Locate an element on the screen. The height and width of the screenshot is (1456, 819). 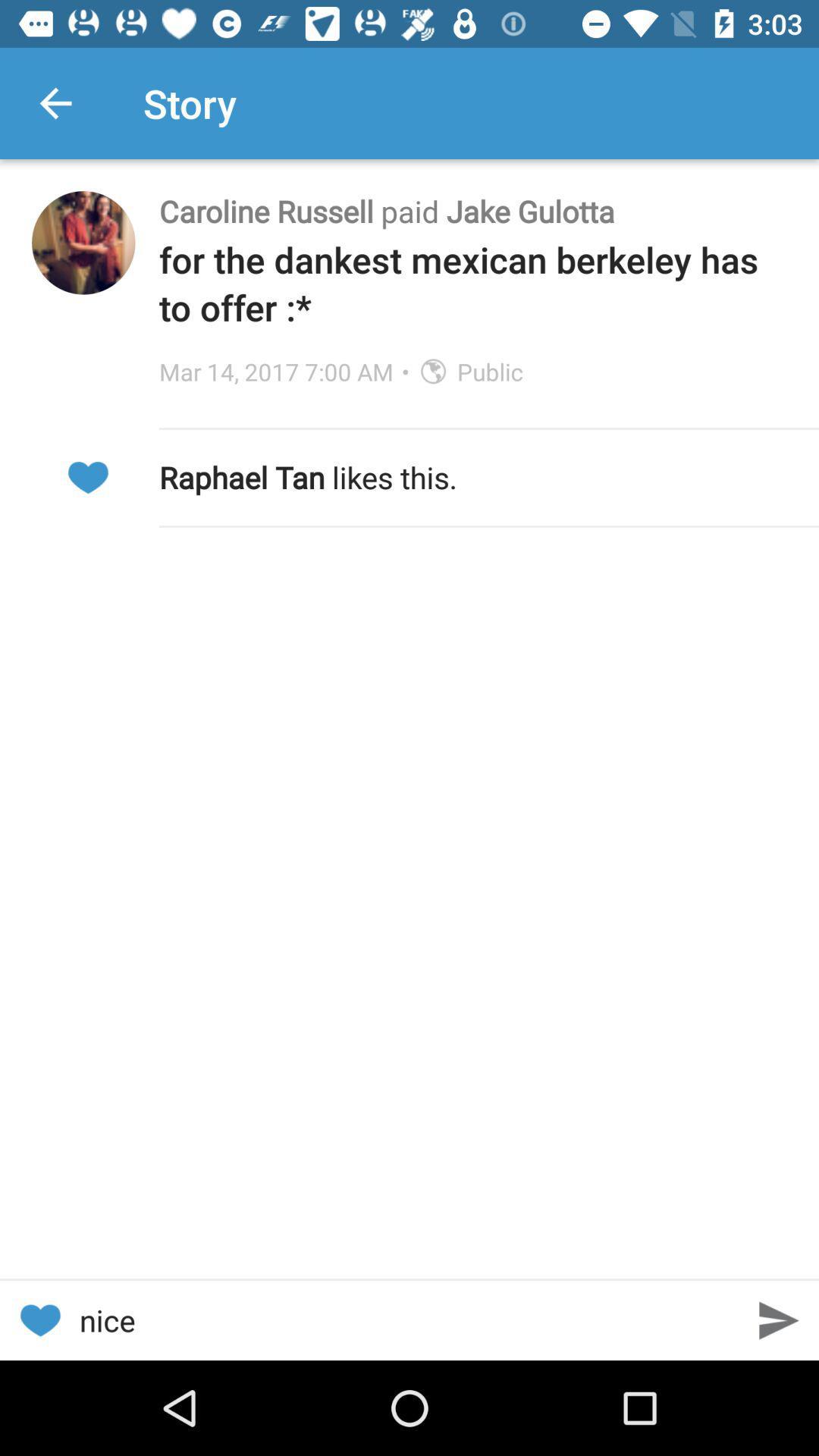
like the page is located at coordinates (39, 1319).